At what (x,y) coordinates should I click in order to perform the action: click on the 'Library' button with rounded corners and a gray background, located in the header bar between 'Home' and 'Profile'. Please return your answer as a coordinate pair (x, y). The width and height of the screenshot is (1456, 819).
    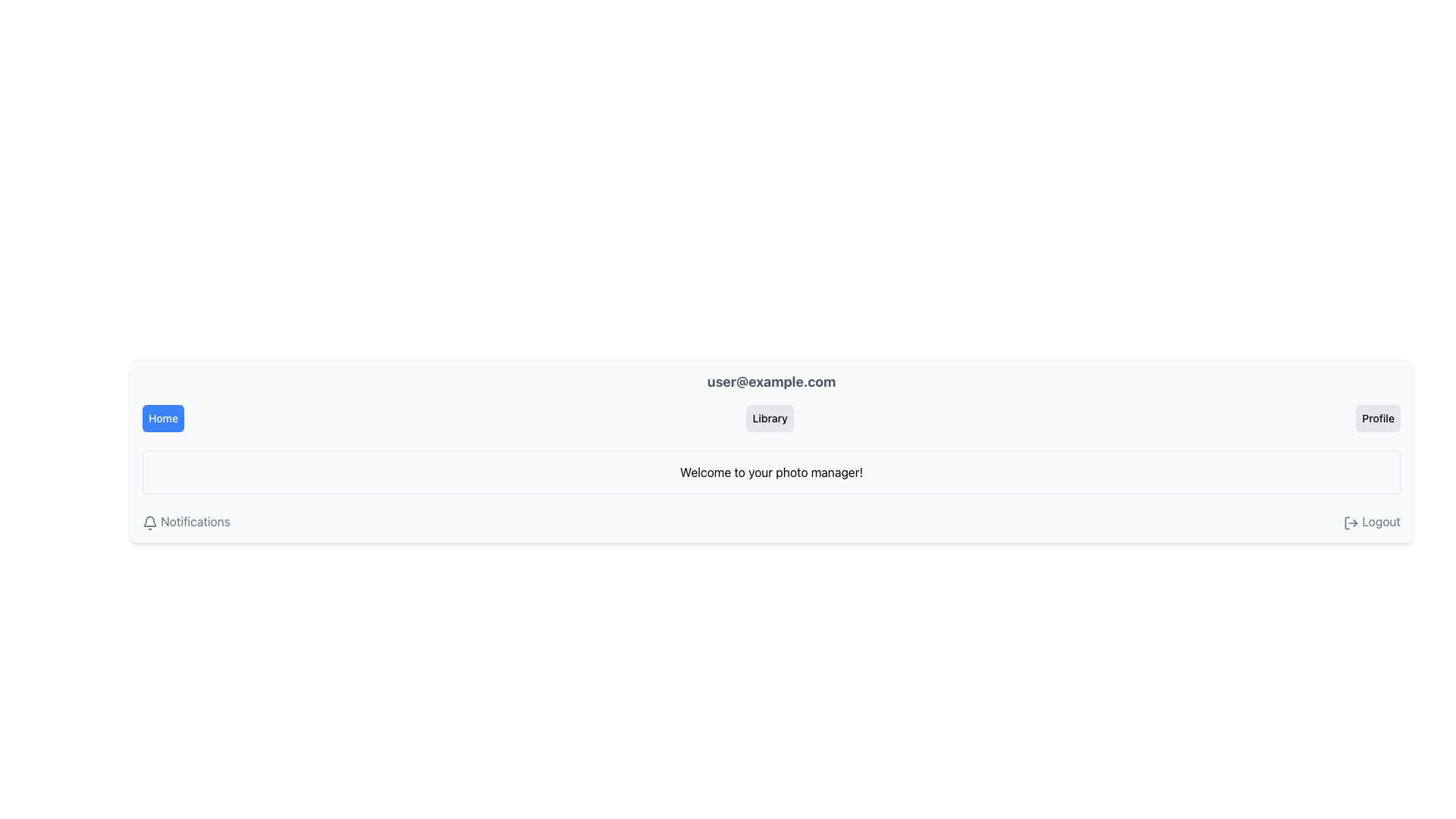
    Looking at the image, I should click on (770, 418).